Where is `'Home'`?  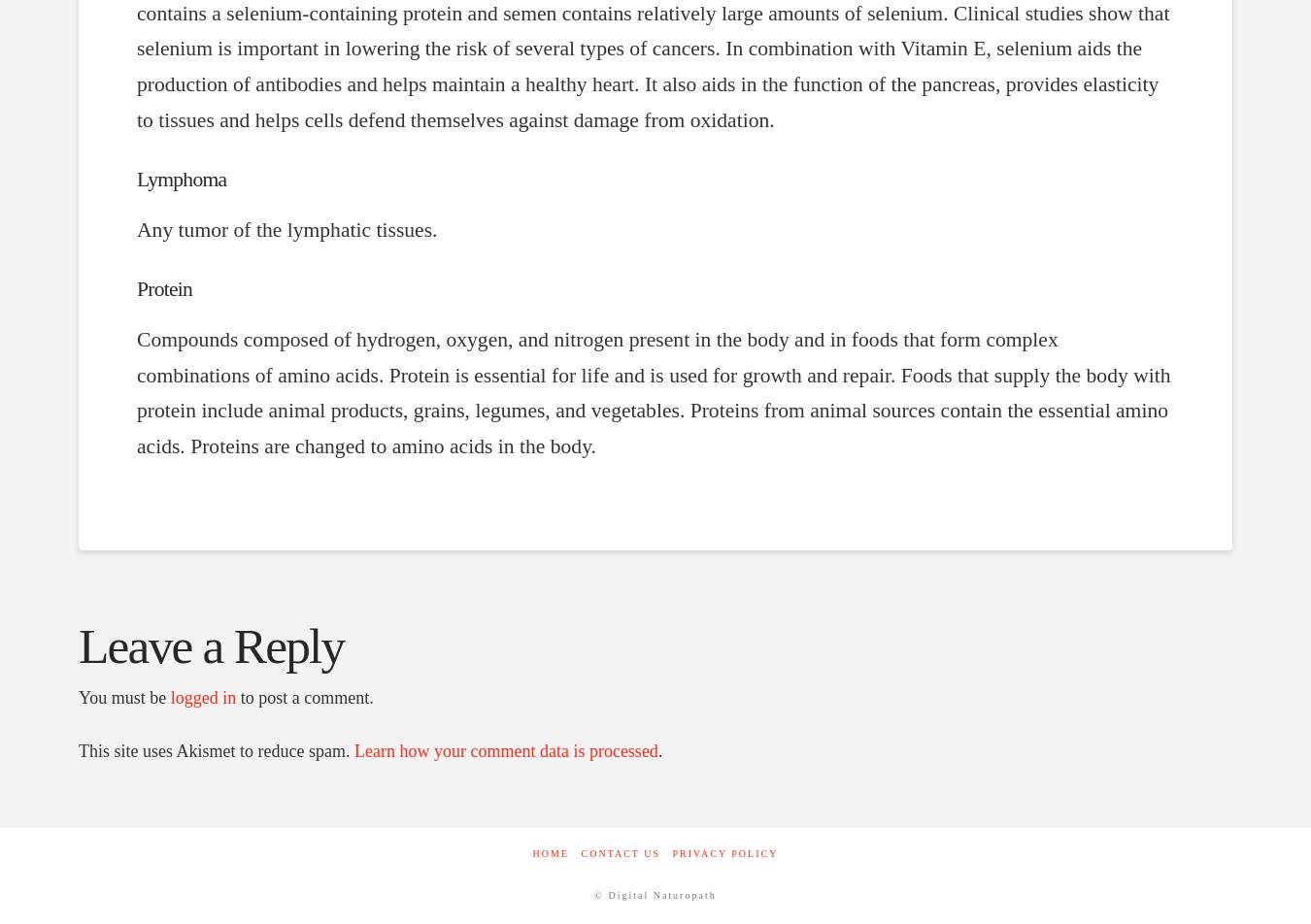
'Home' is located at coordinates (551, 852).